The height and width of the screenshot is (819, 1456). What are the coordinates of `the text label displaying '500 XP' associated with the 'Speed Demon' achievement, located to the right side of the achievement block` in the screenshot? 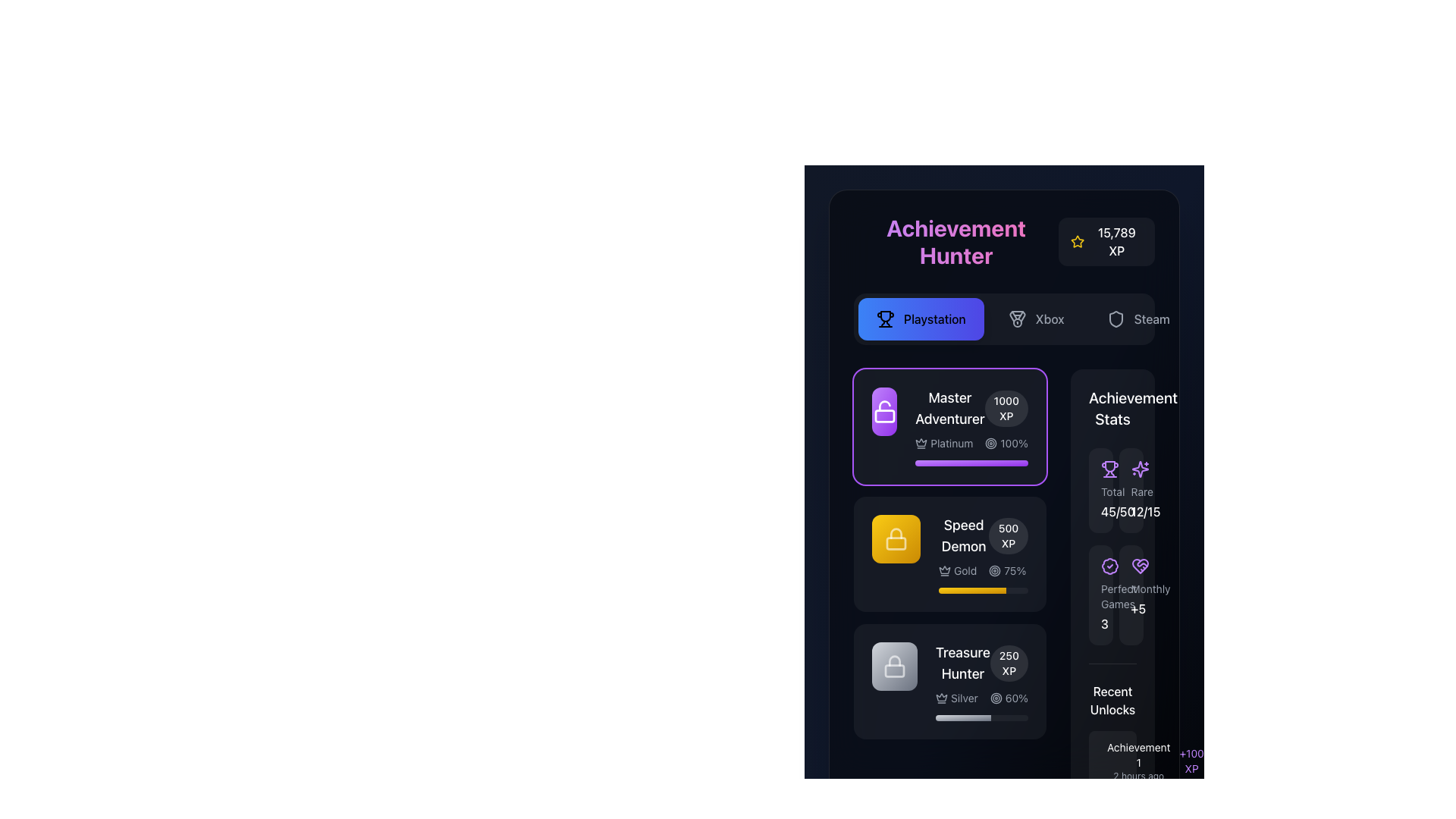 It's located at (1009, 535).